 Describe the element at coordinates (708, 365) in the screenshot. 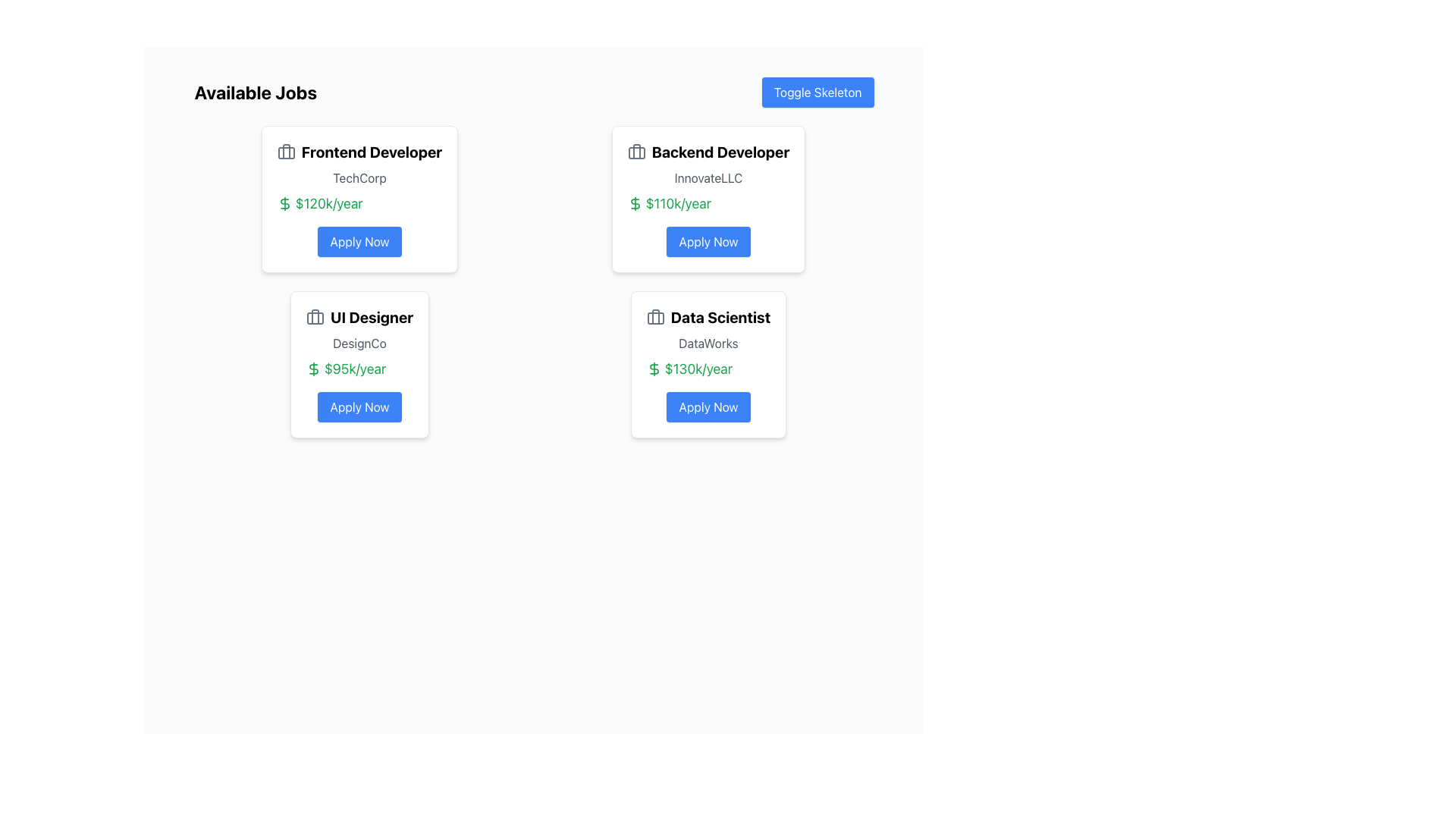

I see `the job listing card for 'Data Scientist' in the bottom-right corner of the job listings grid` at that location.